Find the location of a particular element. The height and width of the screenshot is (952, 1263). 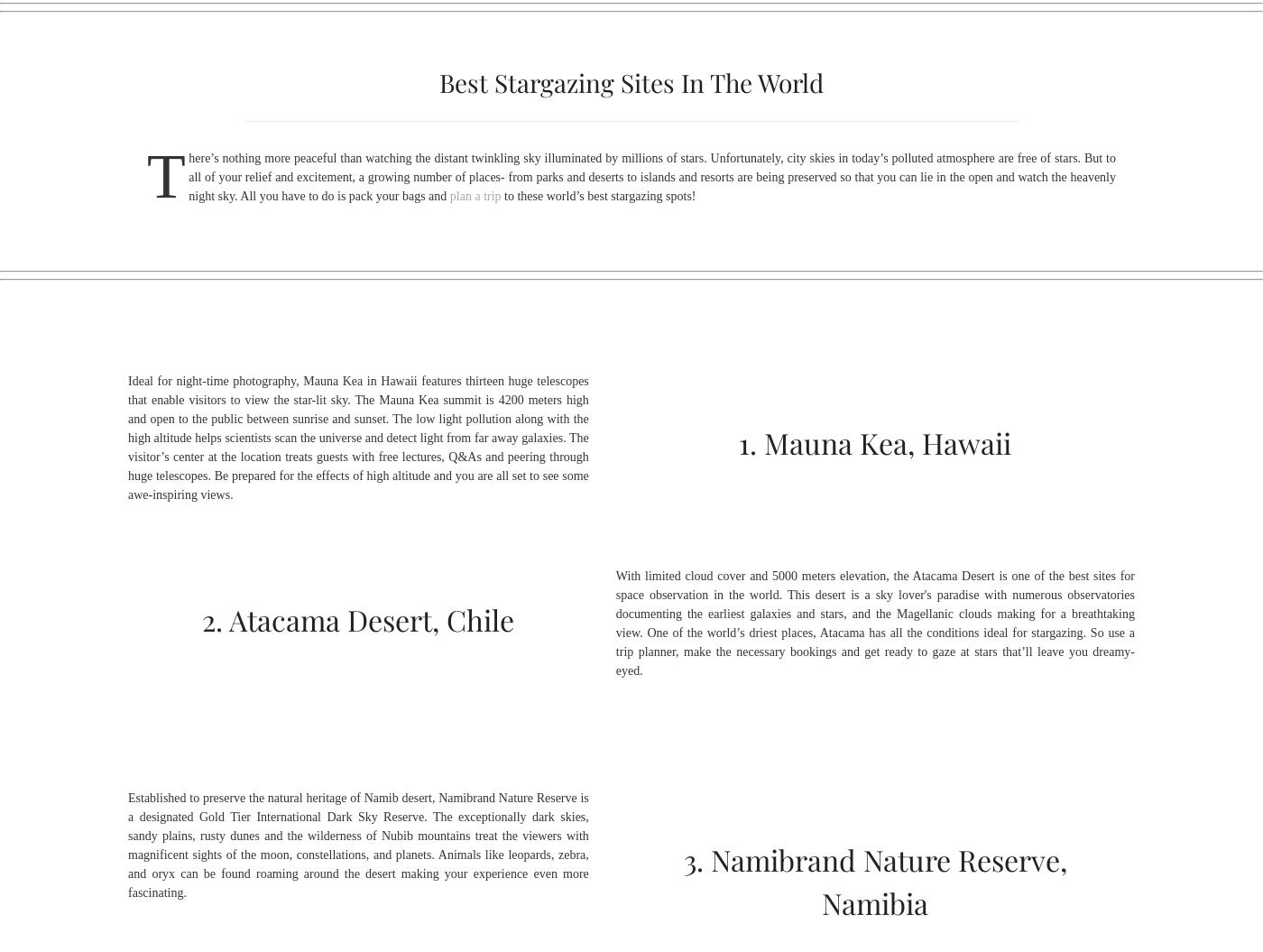

'to these world’s best stargazing spots!' is located at coordinates (500, 194).